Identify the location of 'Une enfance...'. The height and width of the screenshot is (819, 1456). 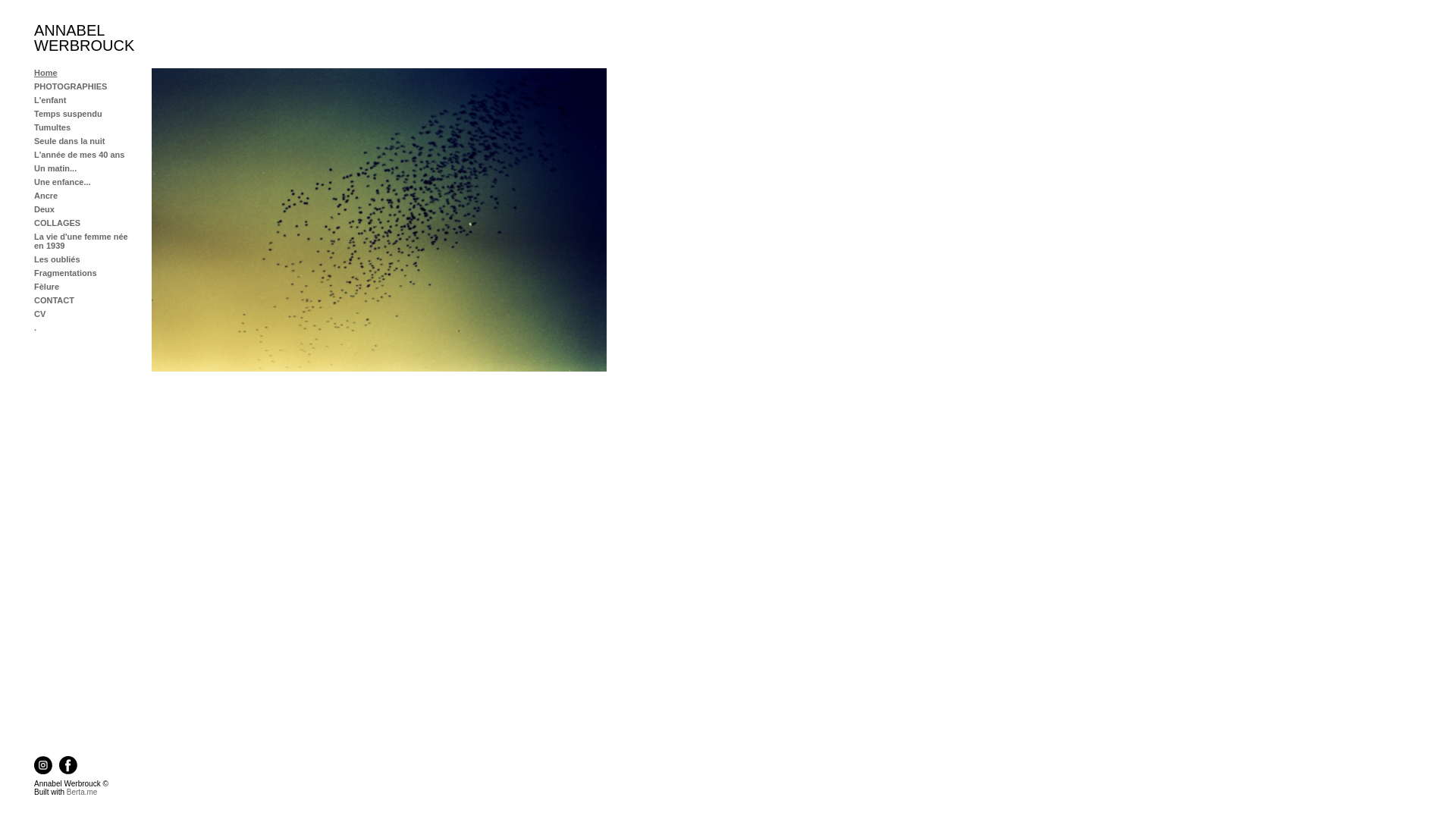
(61, 180).